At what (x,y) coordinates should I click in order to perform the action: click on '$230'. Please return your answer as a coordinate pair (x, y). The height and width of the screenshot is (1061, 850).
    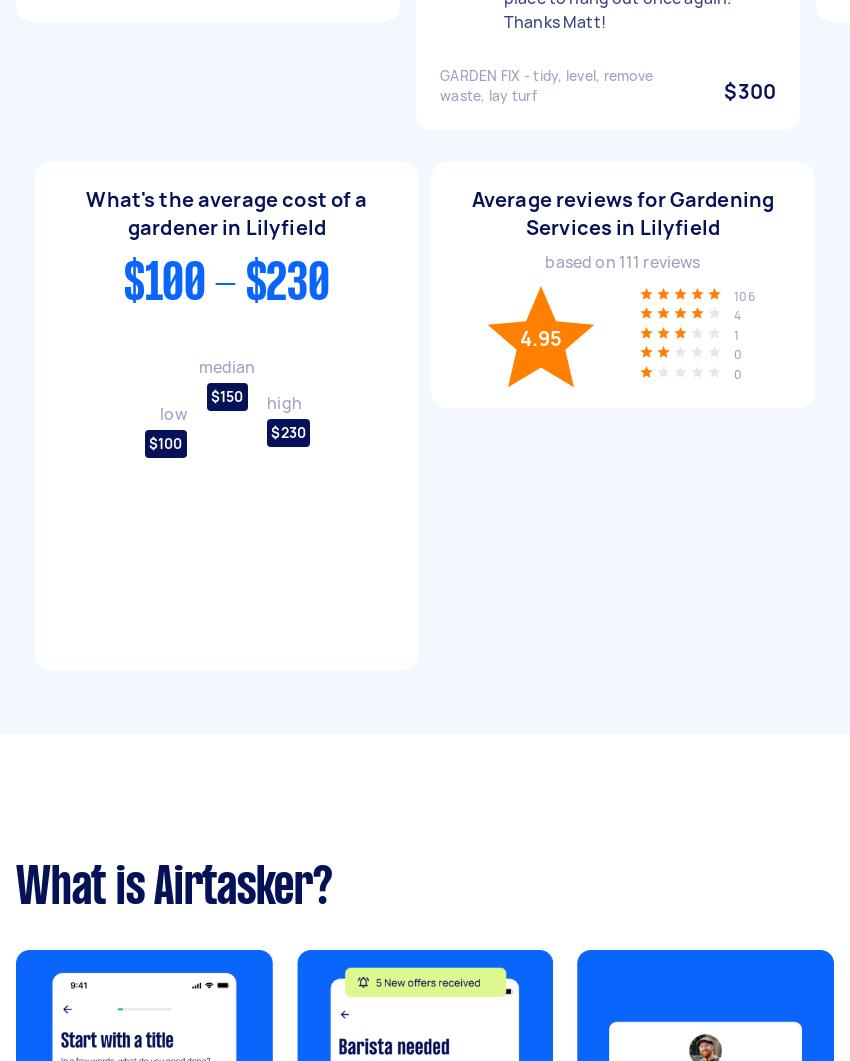
    Looking at the image, I should click on (287, 432).